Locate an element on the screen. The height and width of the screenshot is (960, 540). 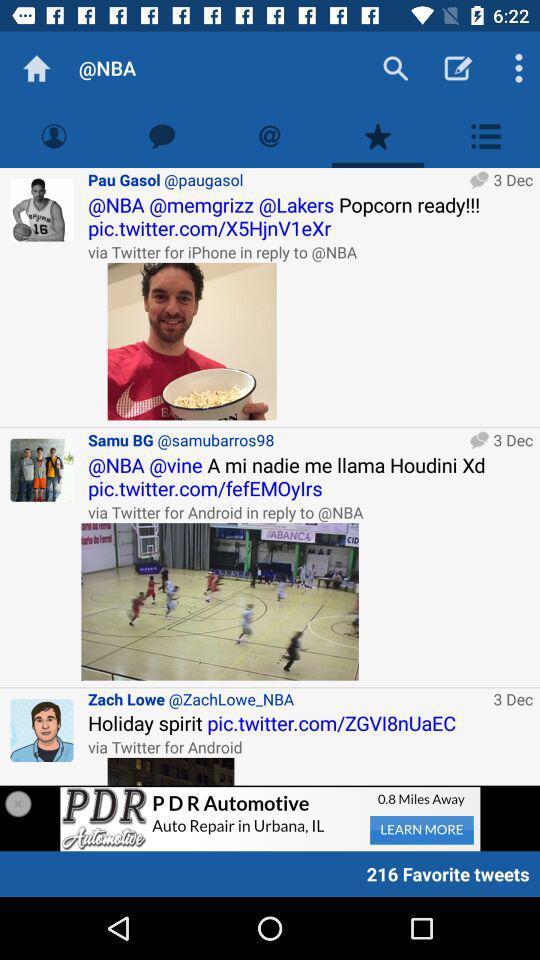
open poster 's profile is located at coordinates (42, 210).